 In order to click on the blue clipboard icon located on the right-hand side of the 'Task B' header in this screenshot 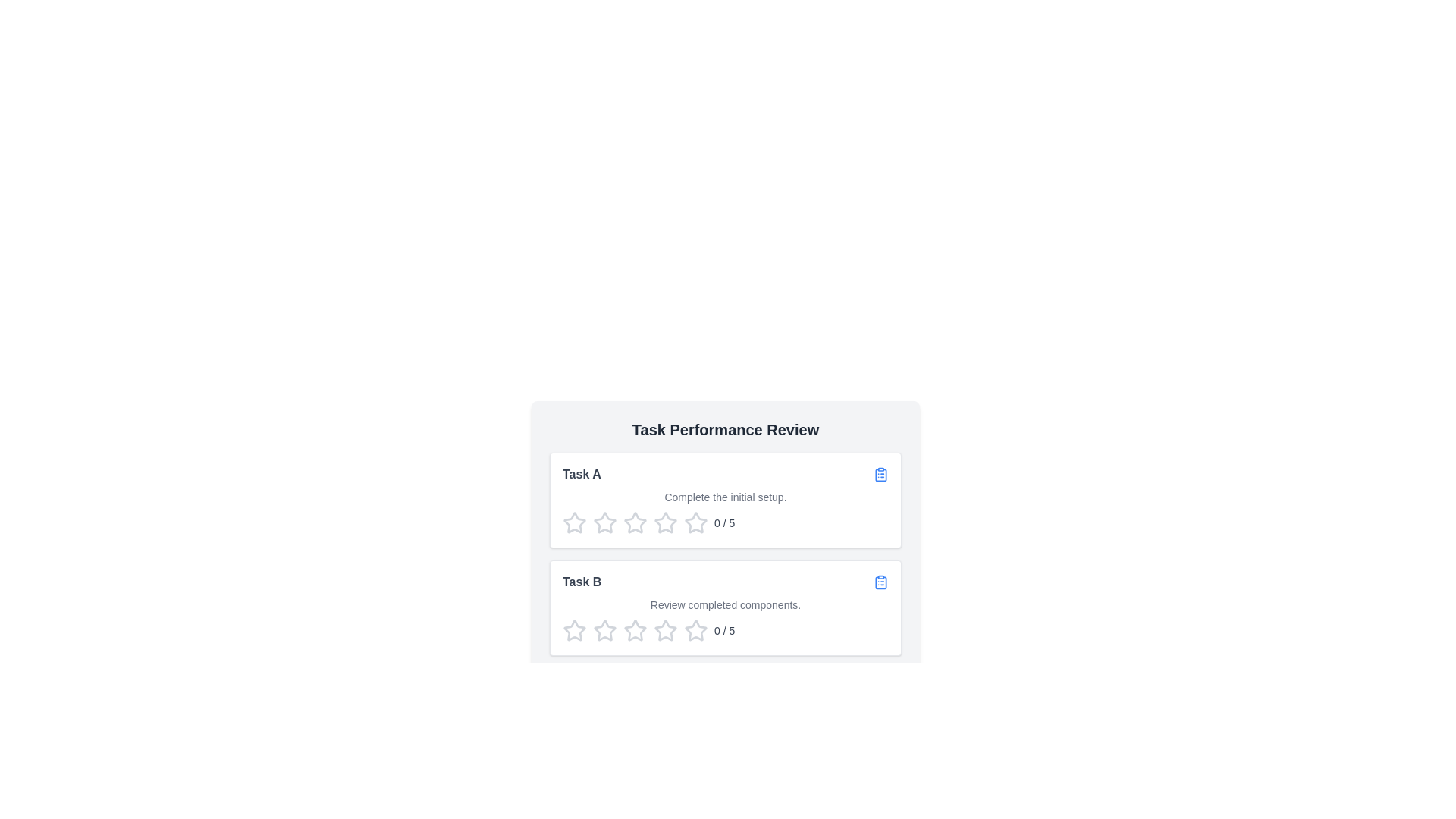, I will do `click(880, 581)`.